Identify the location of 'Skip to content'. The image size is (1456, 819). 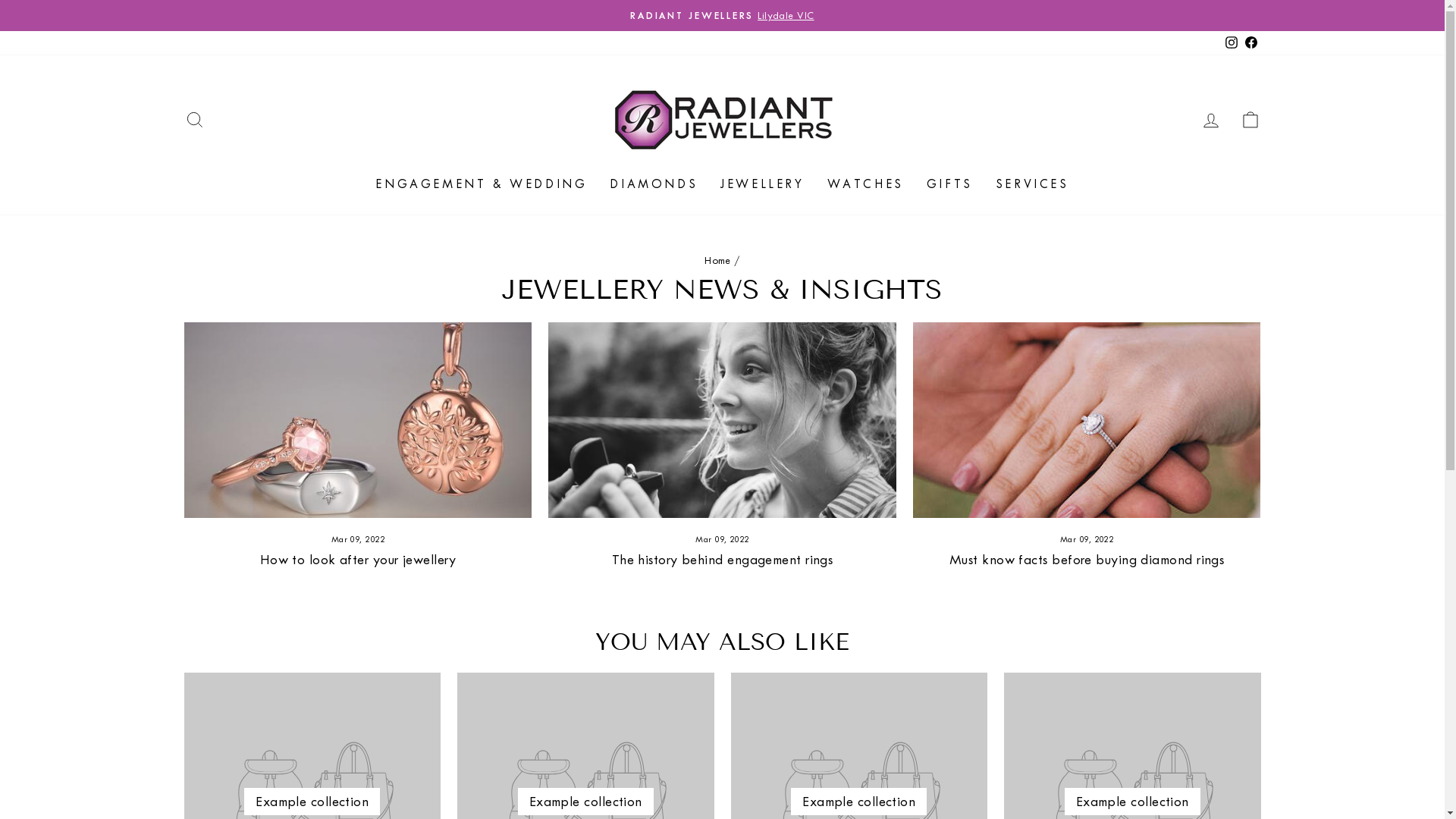
(0, 0).